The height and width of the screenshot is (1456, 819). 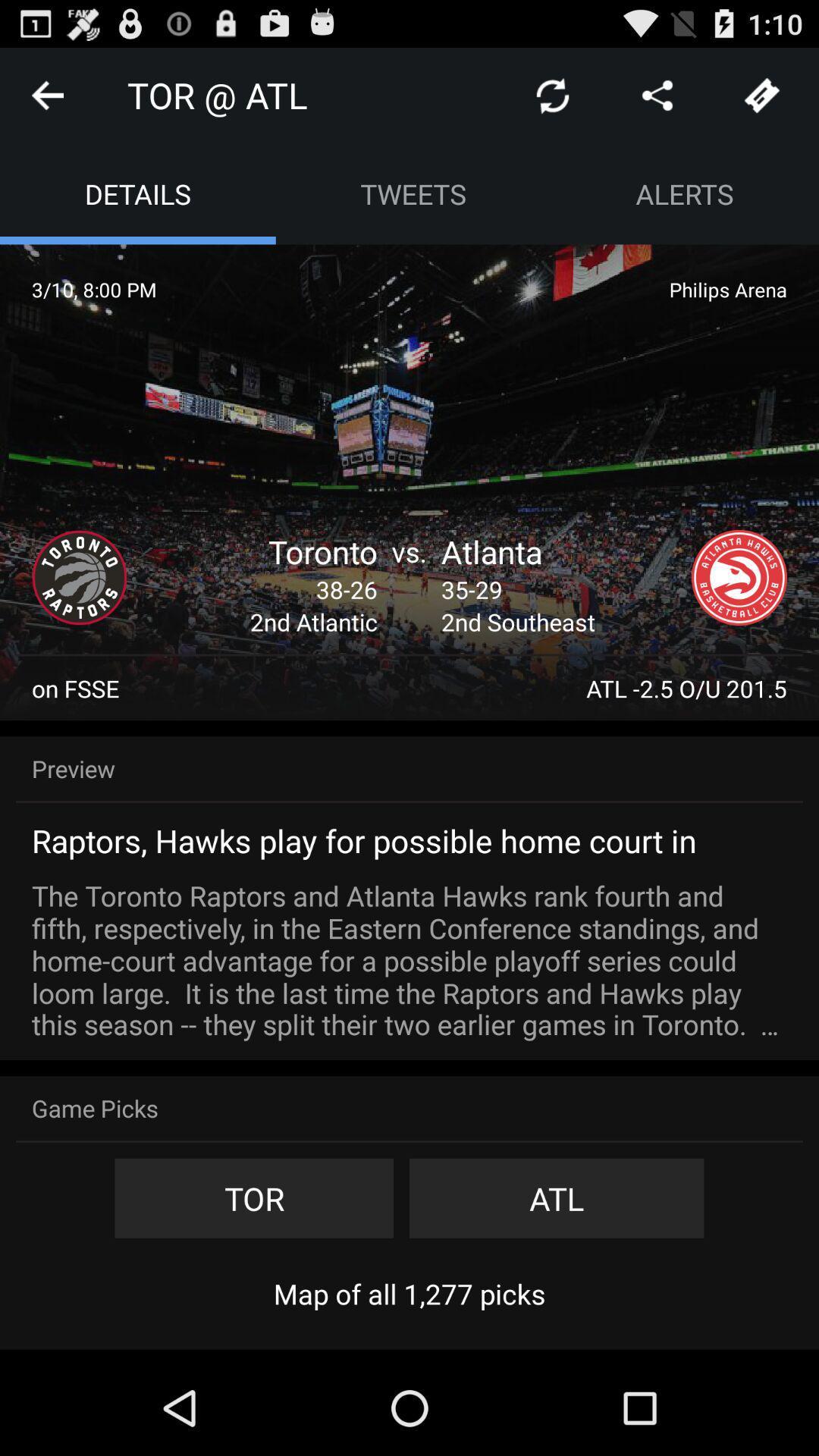 What do you see at coordinates (553, 94) in the screenshot?
I see `app to the right of tor @ atl` at bounding box center [553, 94].